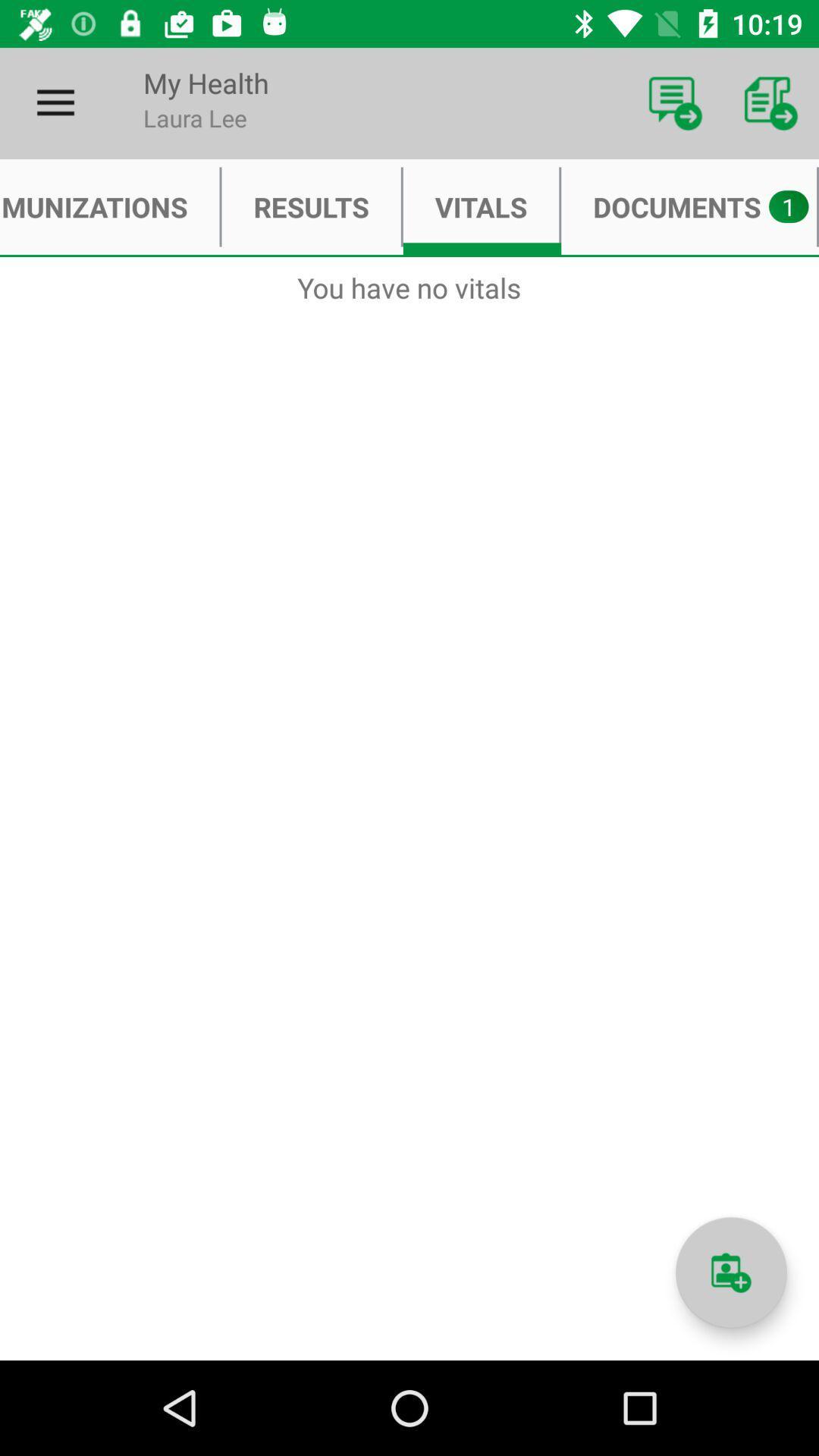  What do you see at coordinates (771, 102) in the screenshot?
I see `the item above the documents` at bounding box center [771, 102].